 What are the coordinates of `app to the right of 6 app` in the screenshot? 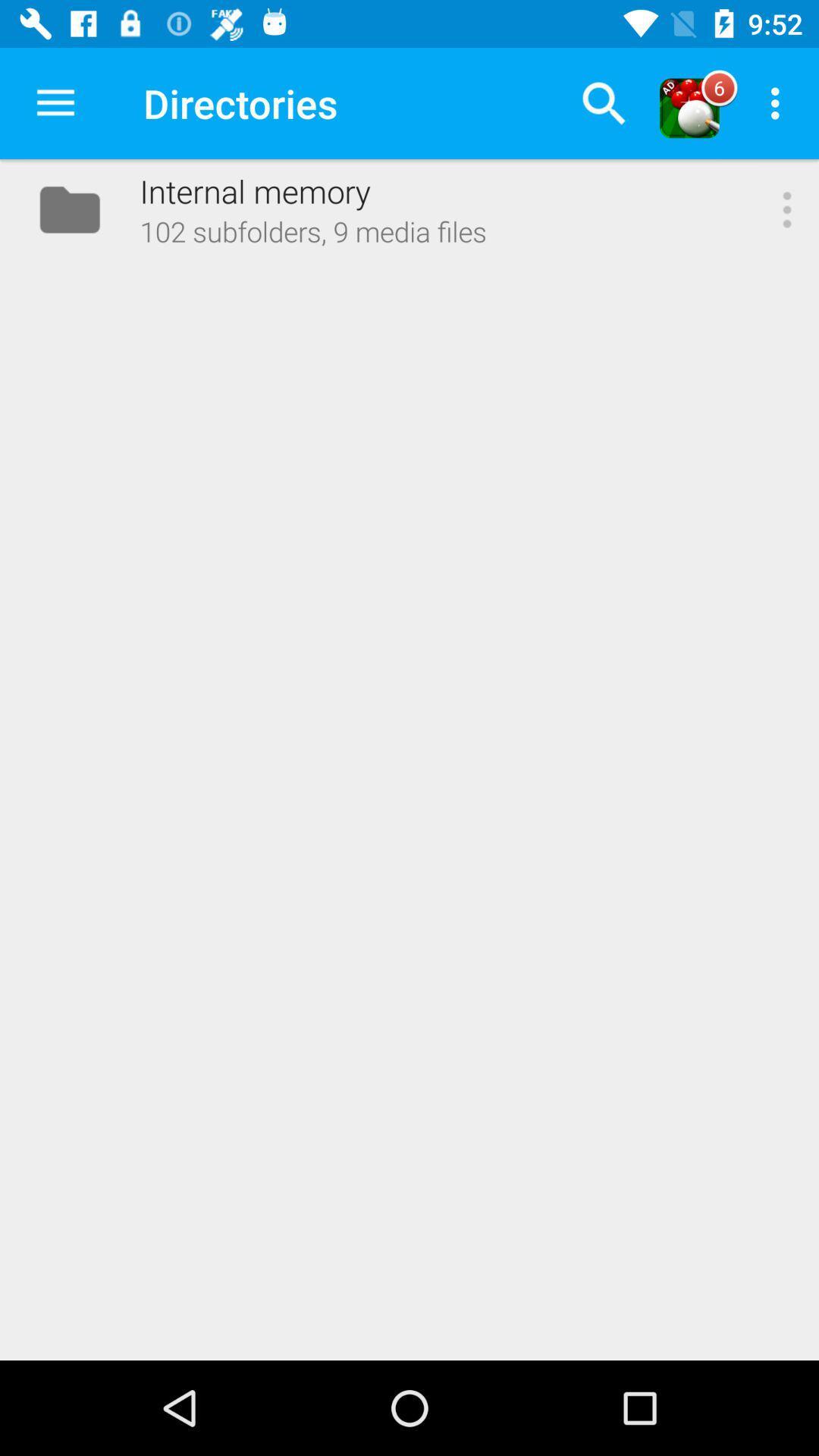 It's located at (779, 102).